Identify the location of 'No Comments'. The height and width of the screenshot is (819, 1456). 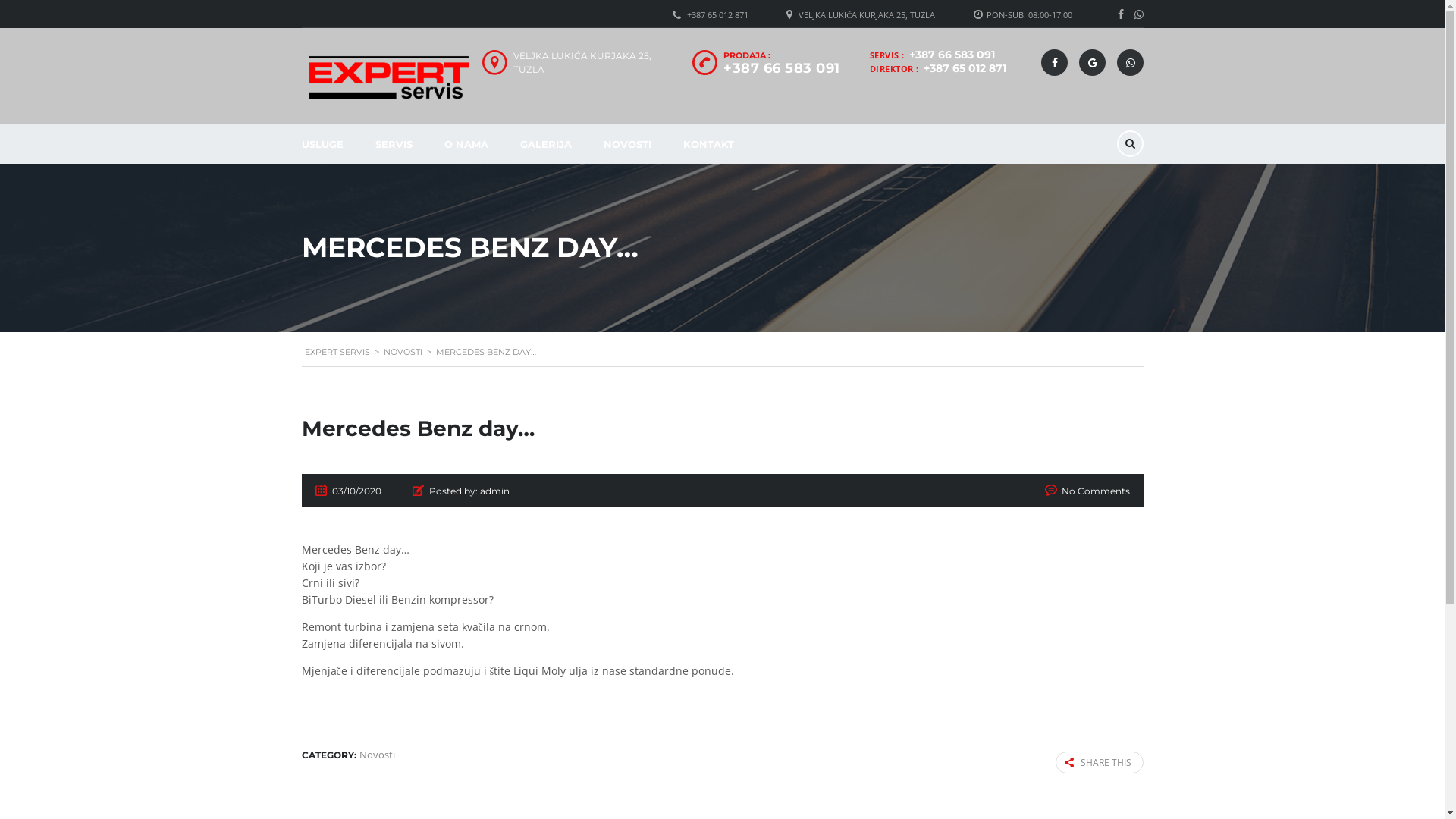
(1061, 491).